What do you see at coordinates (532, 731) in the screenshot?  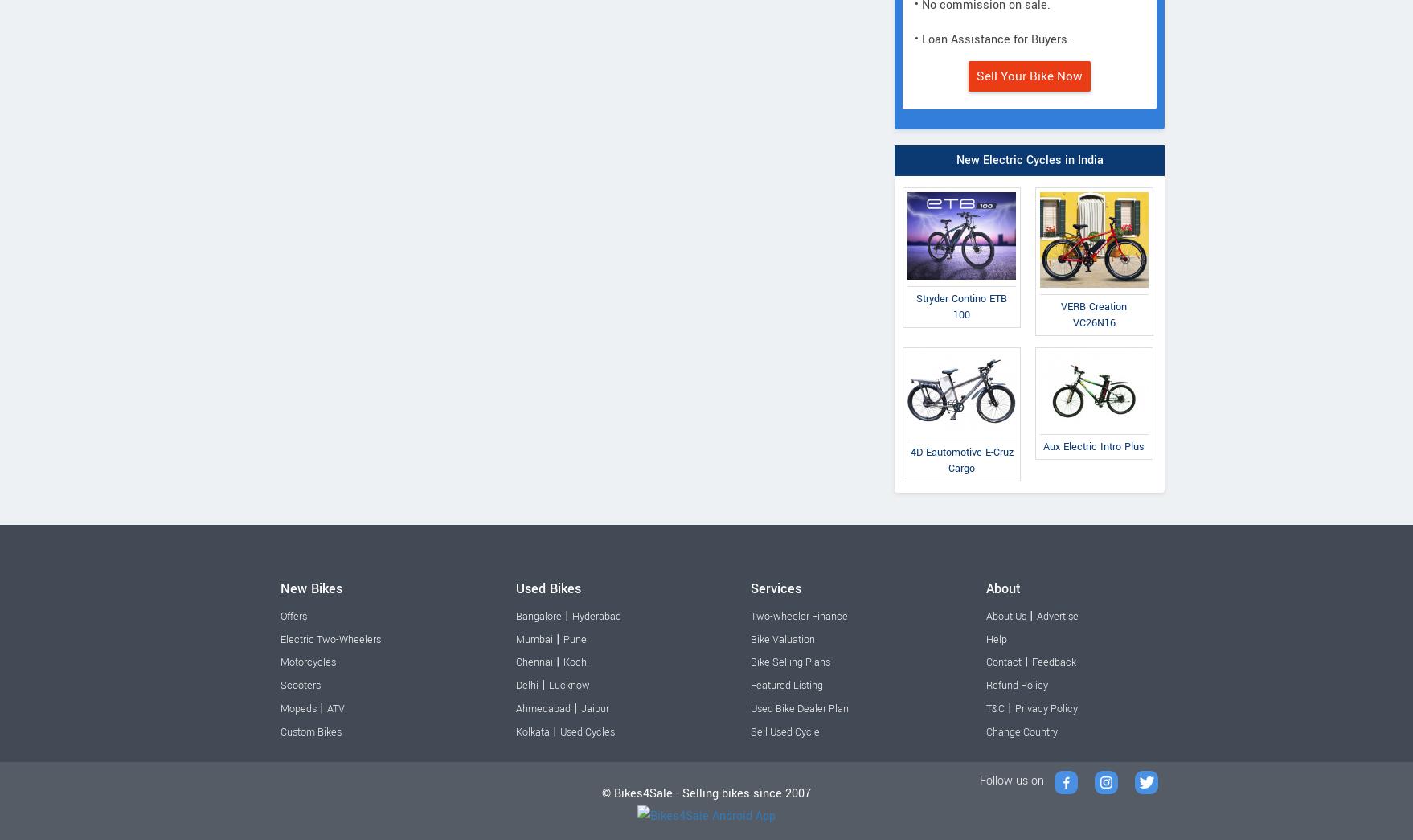 I see `'Kolkata'` at bounding box center [532, 731].